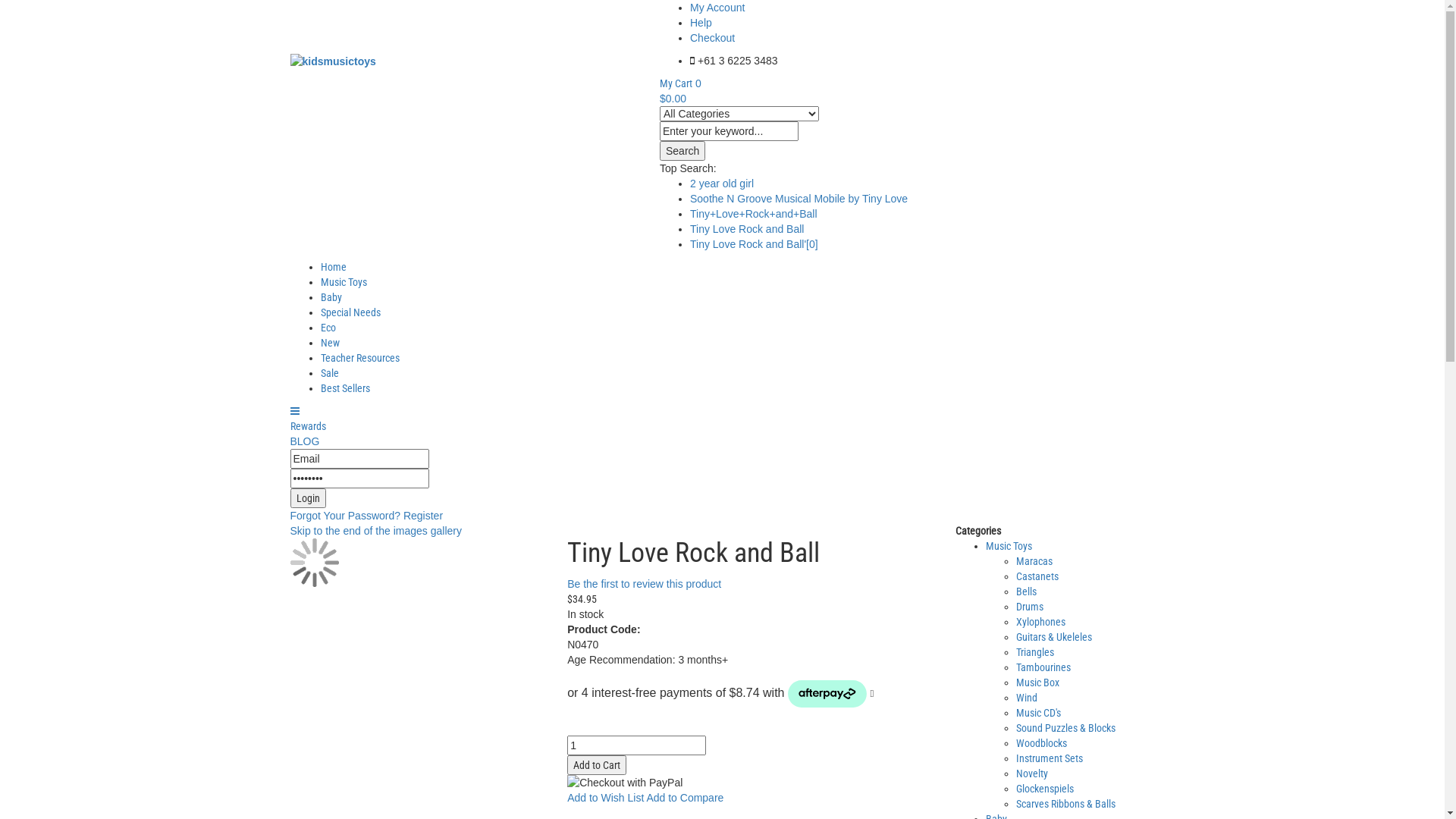  What do you see at coordinates (330, 297) in the screenshot?
I see `'Baby'` at bounding box center [330, 297].